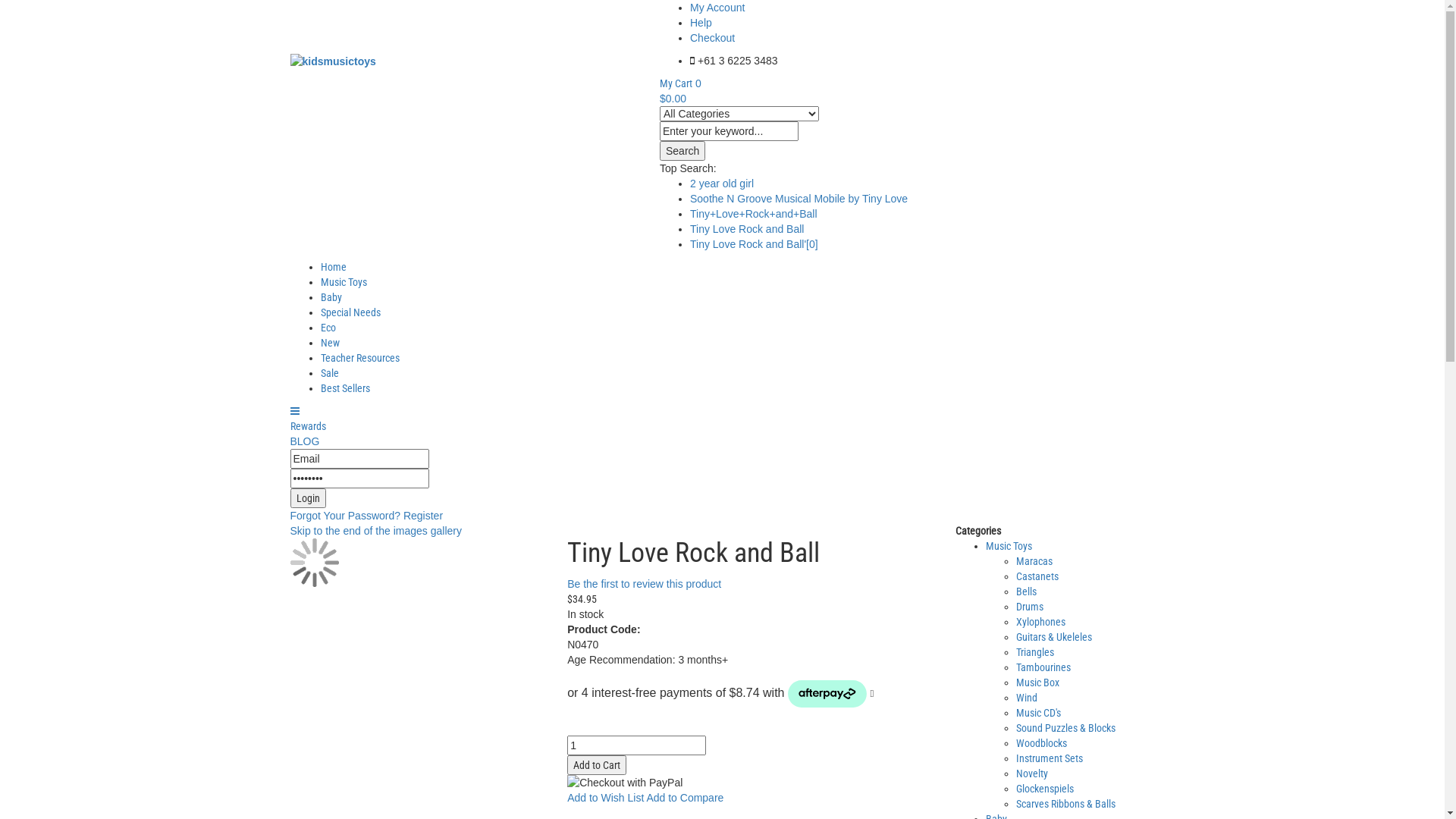  What do you see at coordinates (330, 297) in the screenshot?
I see `'Baby'` at bounding box center [330, 297].